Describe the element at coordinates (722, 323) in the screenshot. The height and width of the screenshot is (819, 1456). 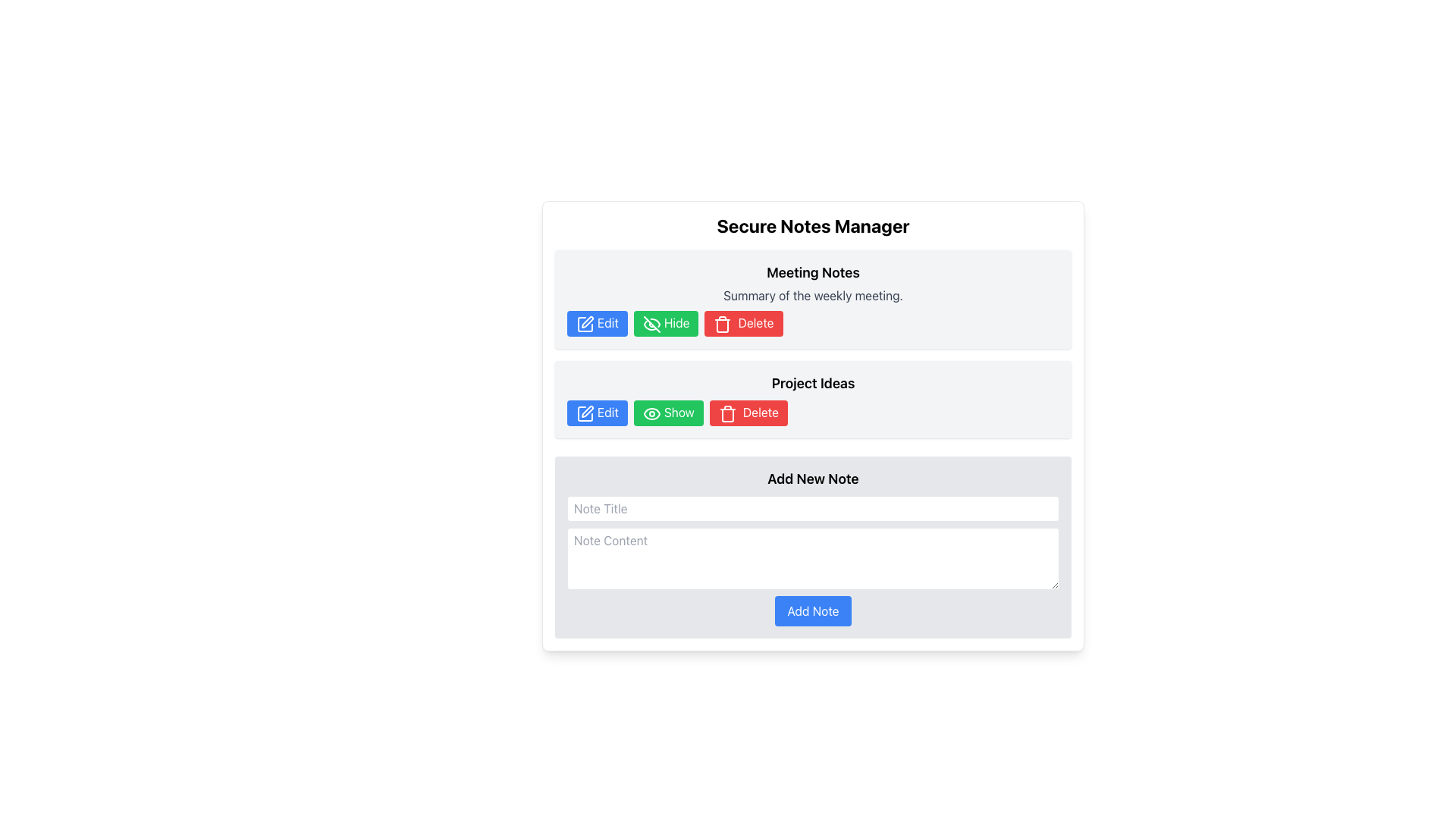
I see `the 'Delete' button that contains the red trash can icon, which is part of the control options for sections like 'Meeting Notes' or 'Project Ideas'` at that location.